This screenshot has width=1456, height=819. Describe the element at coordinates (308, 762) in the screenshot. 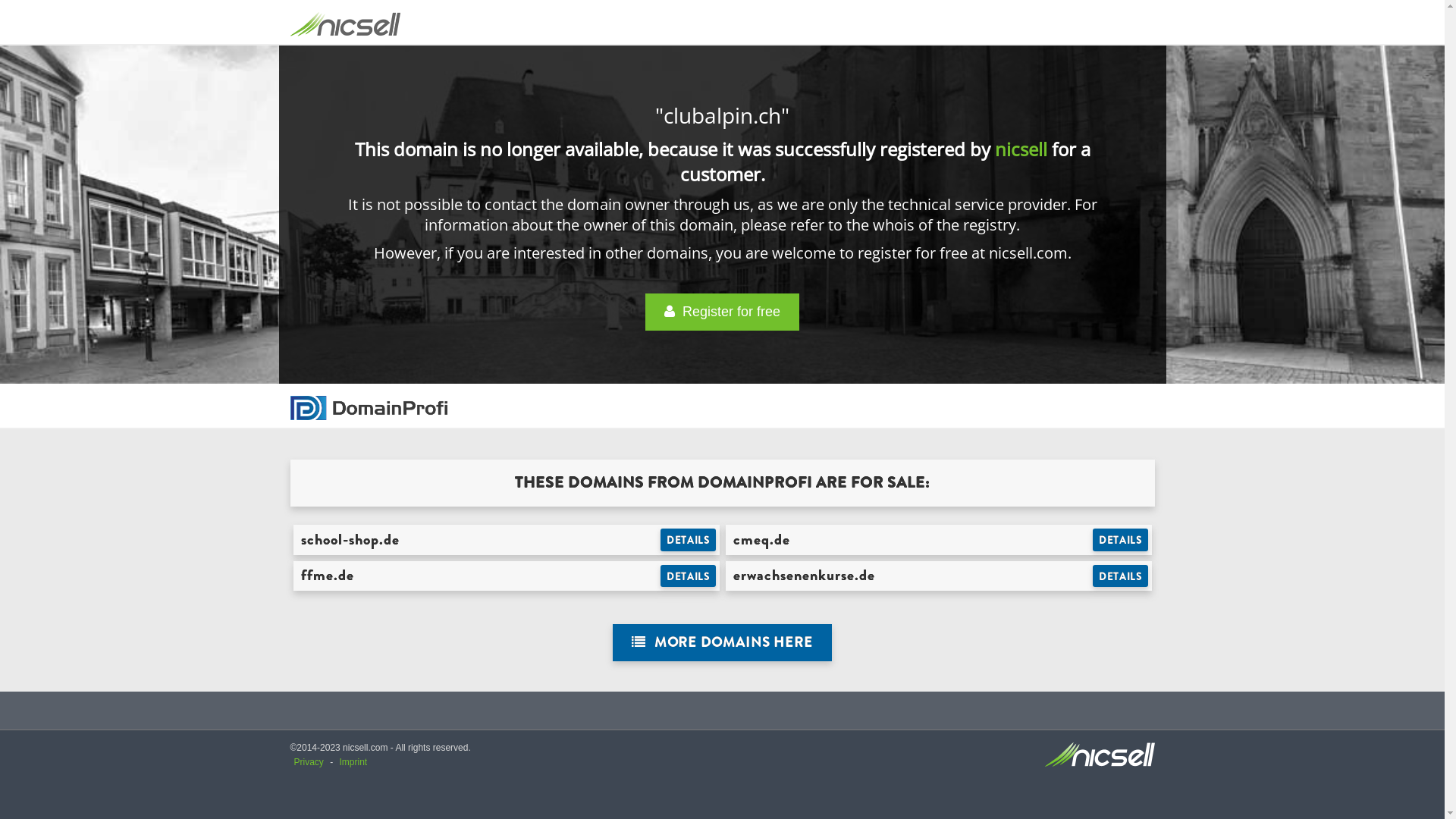

I see `'Privacy'` at that location.